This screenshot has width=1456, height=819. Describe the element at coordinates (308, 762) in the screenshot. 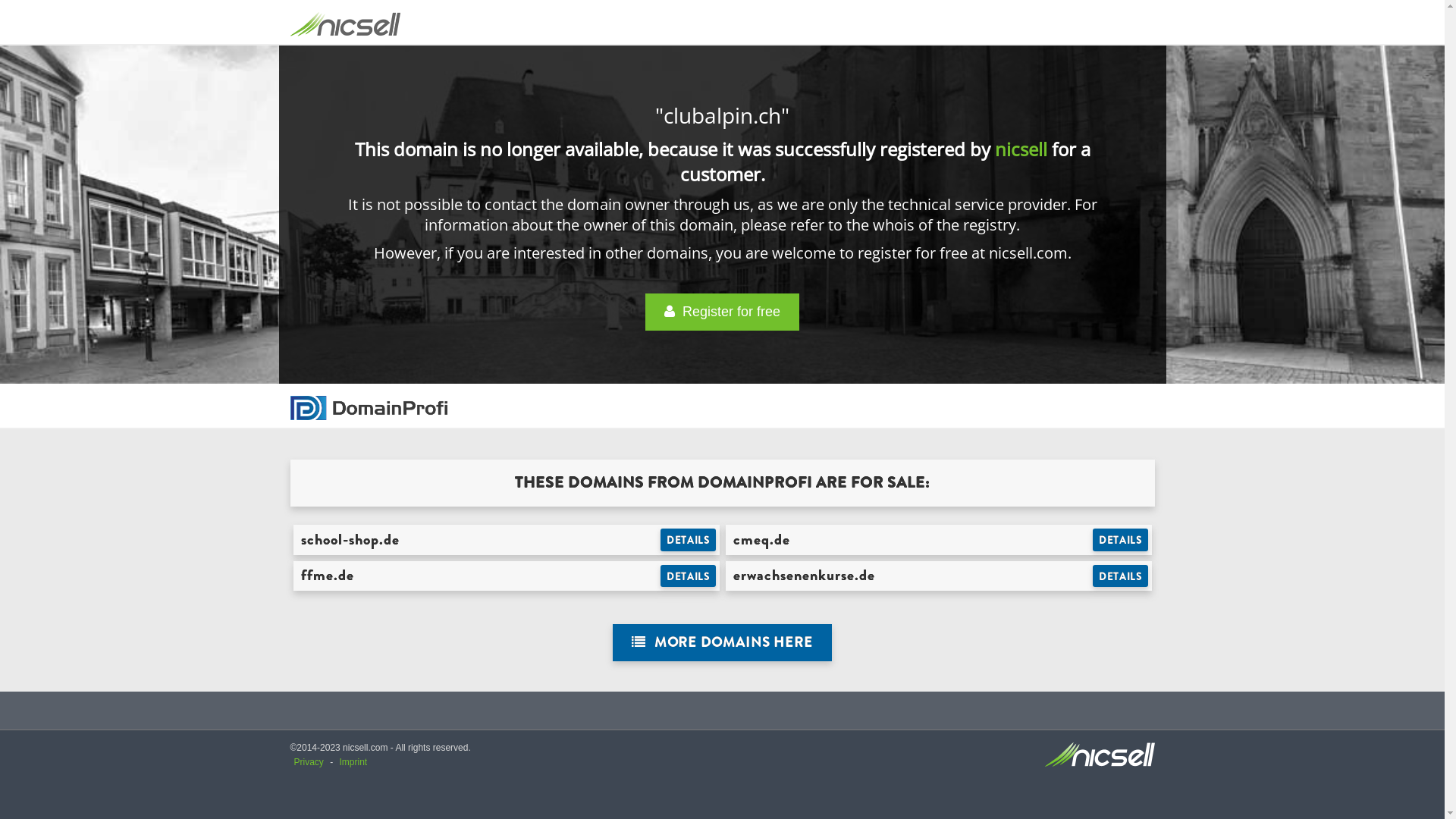

I see `'Privacy'` at that location.